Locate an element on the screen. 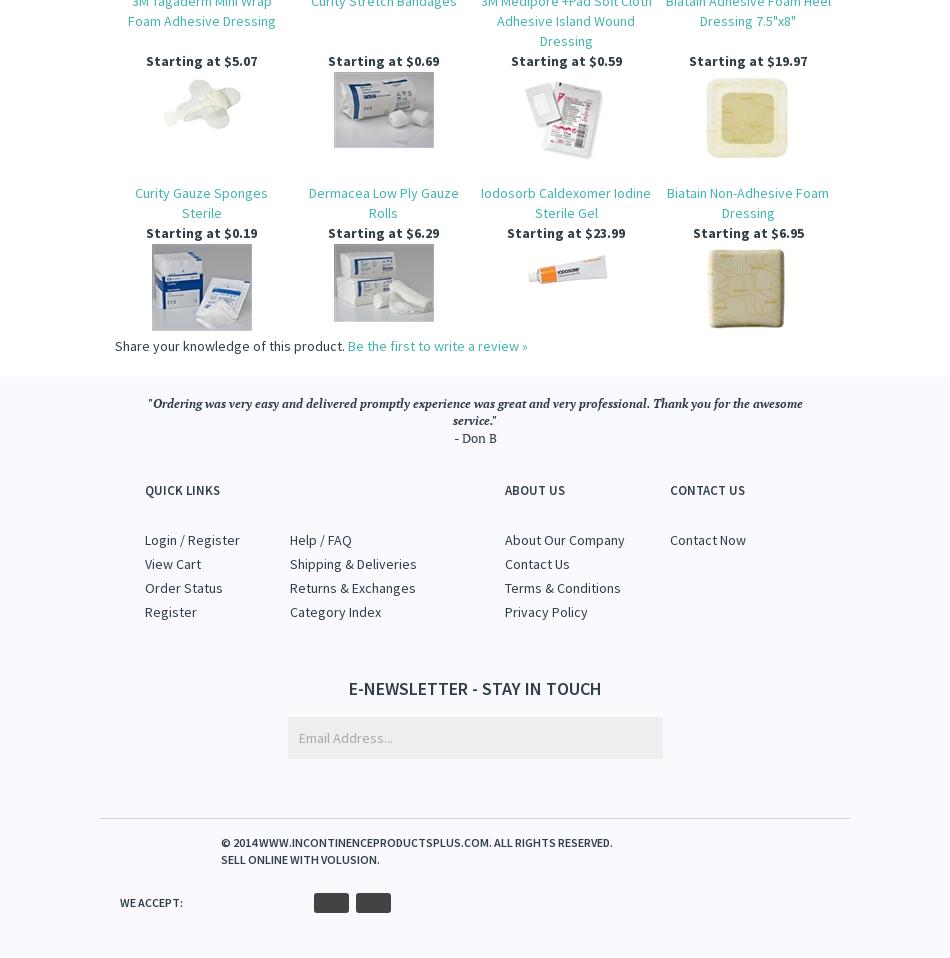 Image resolution: width=950 pixels, height=958 pixels. '$6.29' is located at coordinates (420, 231).